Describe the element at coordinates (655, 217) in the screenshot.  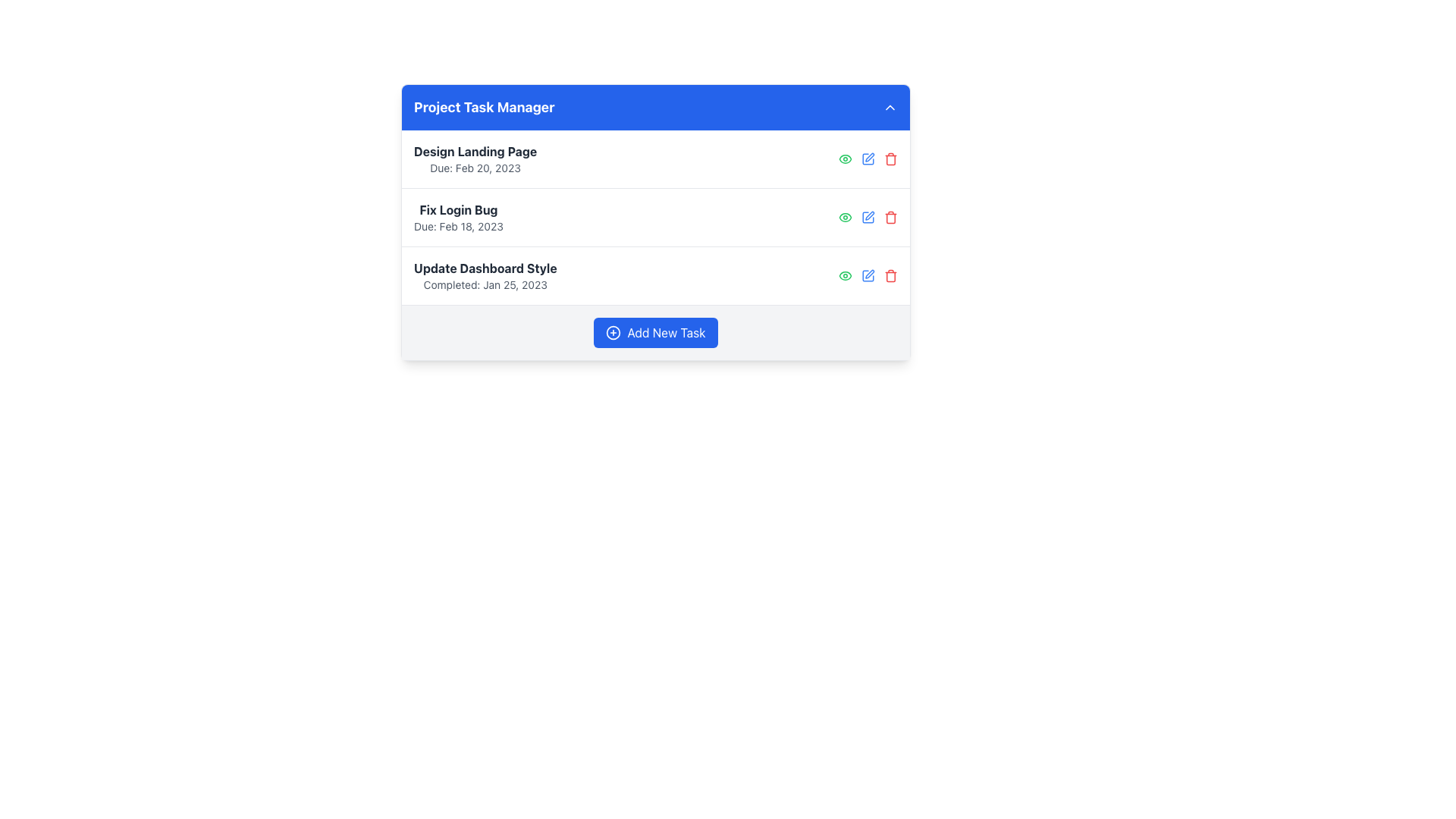
I see `the list item titled 'Fix Login Bug'` at that location.